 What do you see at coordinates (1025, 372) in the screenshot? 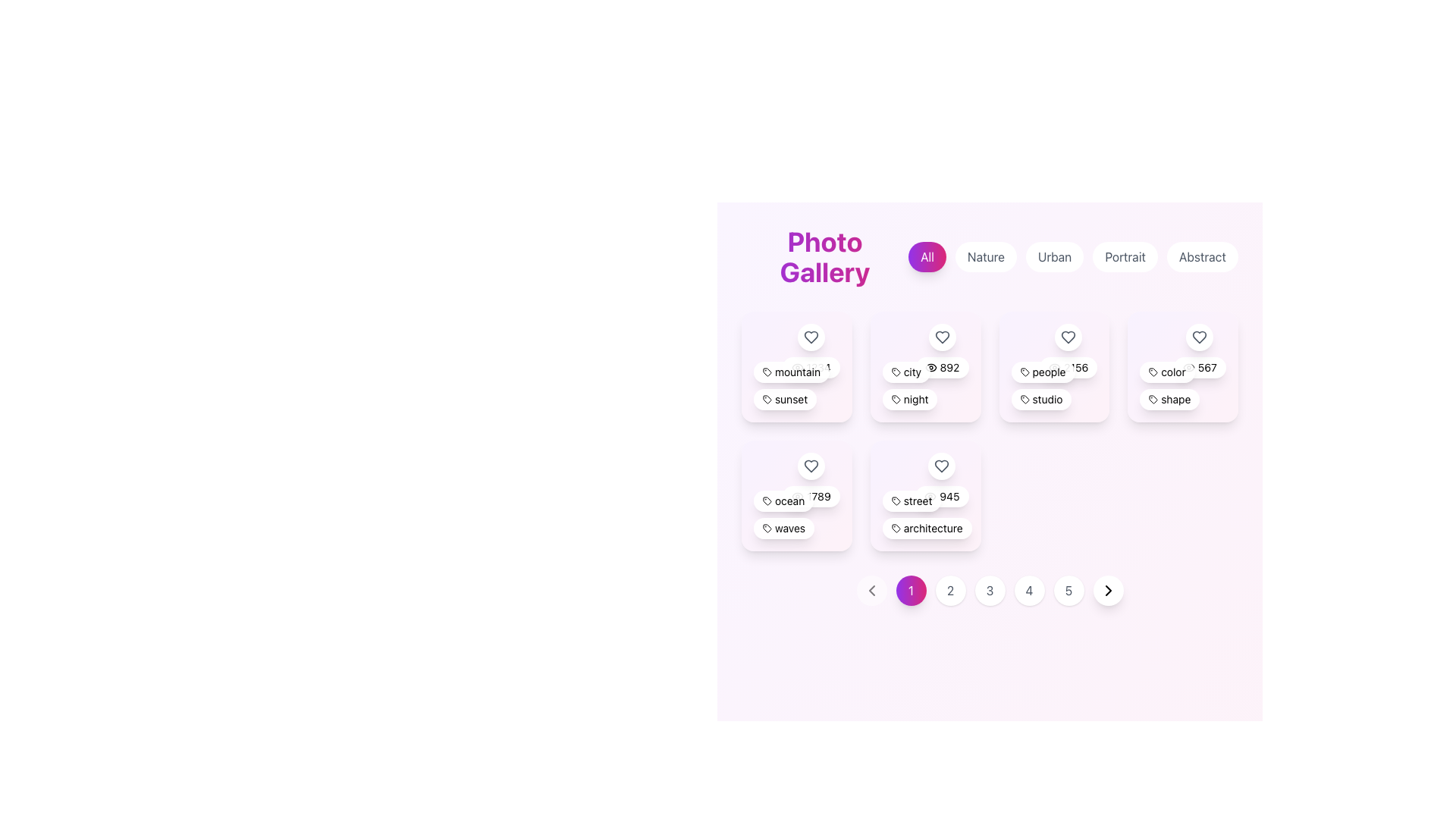
I see `the tag icon that visually indicates a metadata tag, located in the second row, third column of the grid structure` at bounding box center [1025, 372].